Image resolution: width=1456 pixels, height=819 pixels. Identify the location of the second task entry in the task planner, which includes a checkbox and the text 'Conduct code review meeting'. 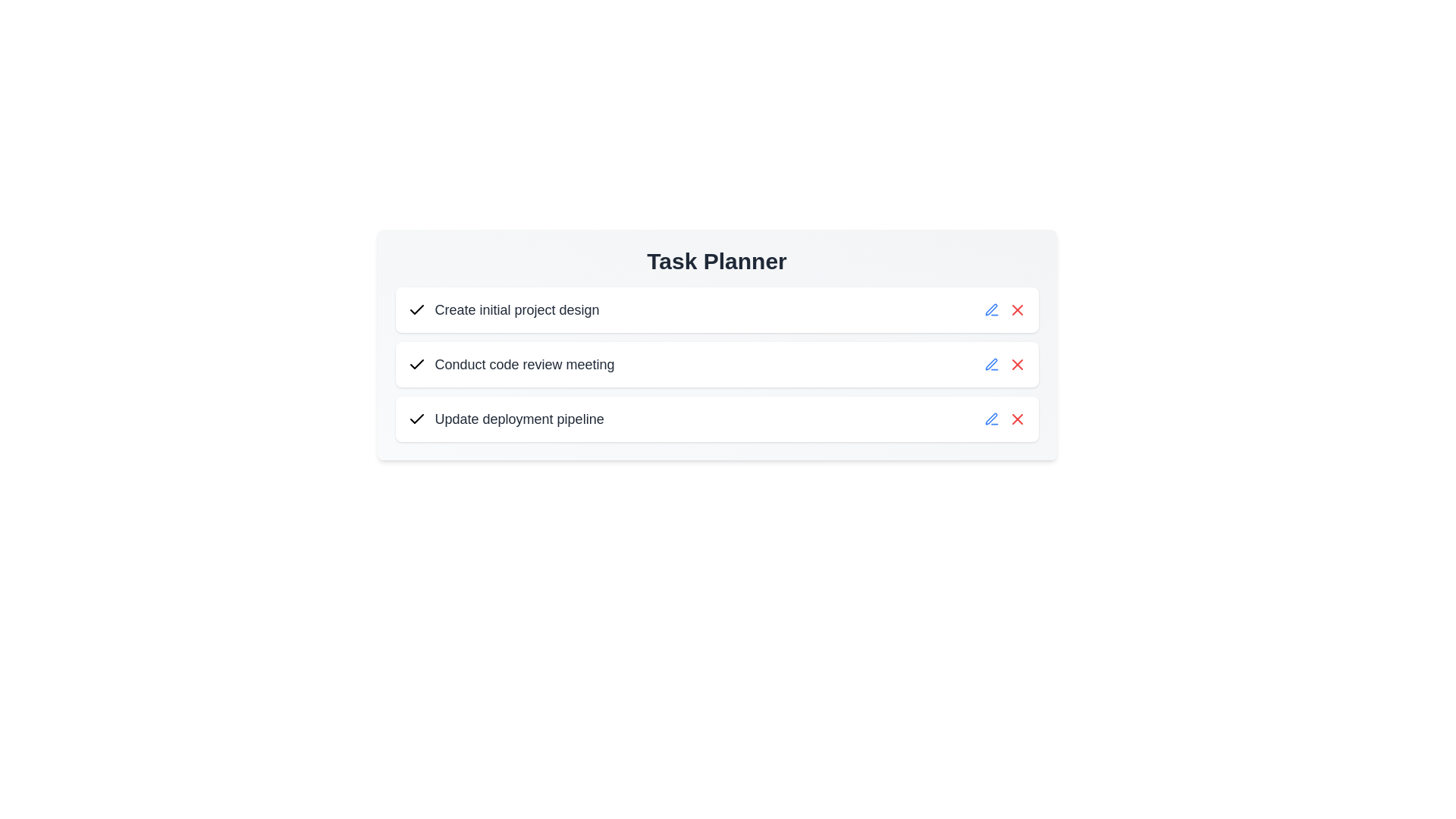
(511, 365).